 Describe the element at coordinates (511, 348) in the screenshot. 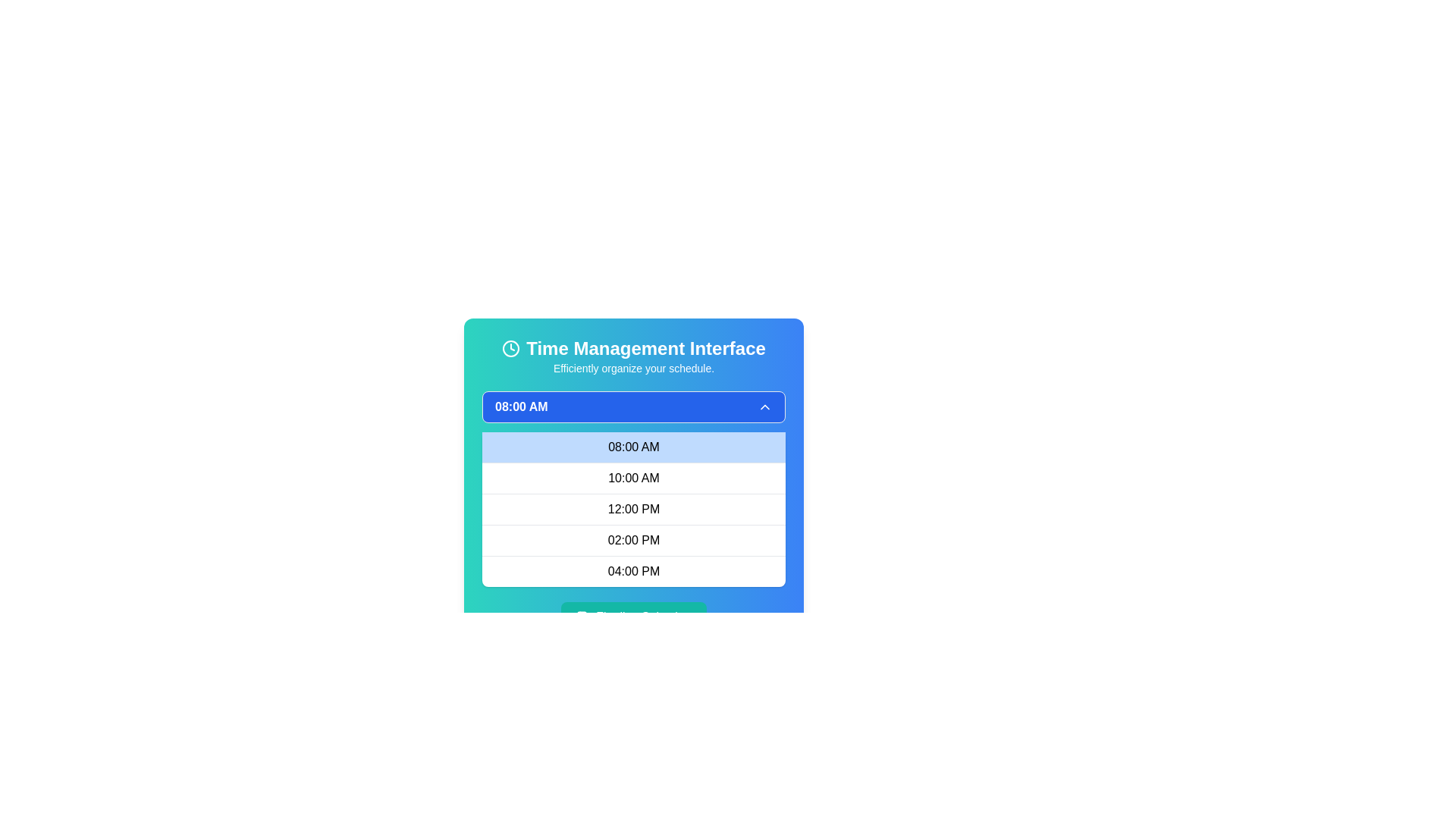

I see `the circular graphical element of the clock icon located at the top-left corner of the interface, adjacent to the 'Time Management Interface' title` at that location.